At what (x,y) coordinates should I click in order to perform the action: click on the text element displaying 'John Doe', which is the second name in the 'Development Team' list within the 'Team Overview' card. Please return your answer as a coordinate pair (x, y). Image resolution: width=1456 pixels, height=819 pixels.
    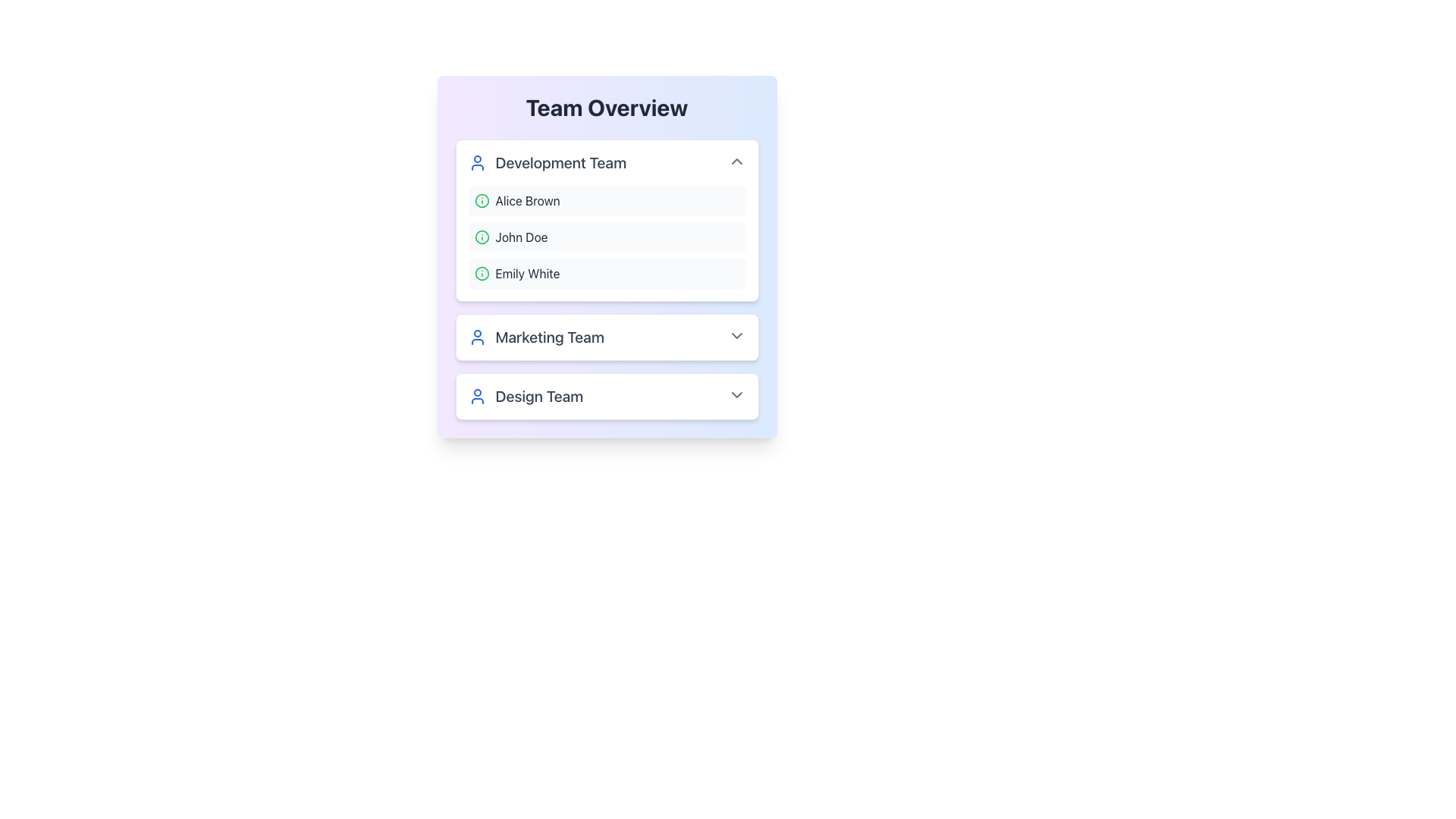
    Looking at the image, I should click on (521, 237).